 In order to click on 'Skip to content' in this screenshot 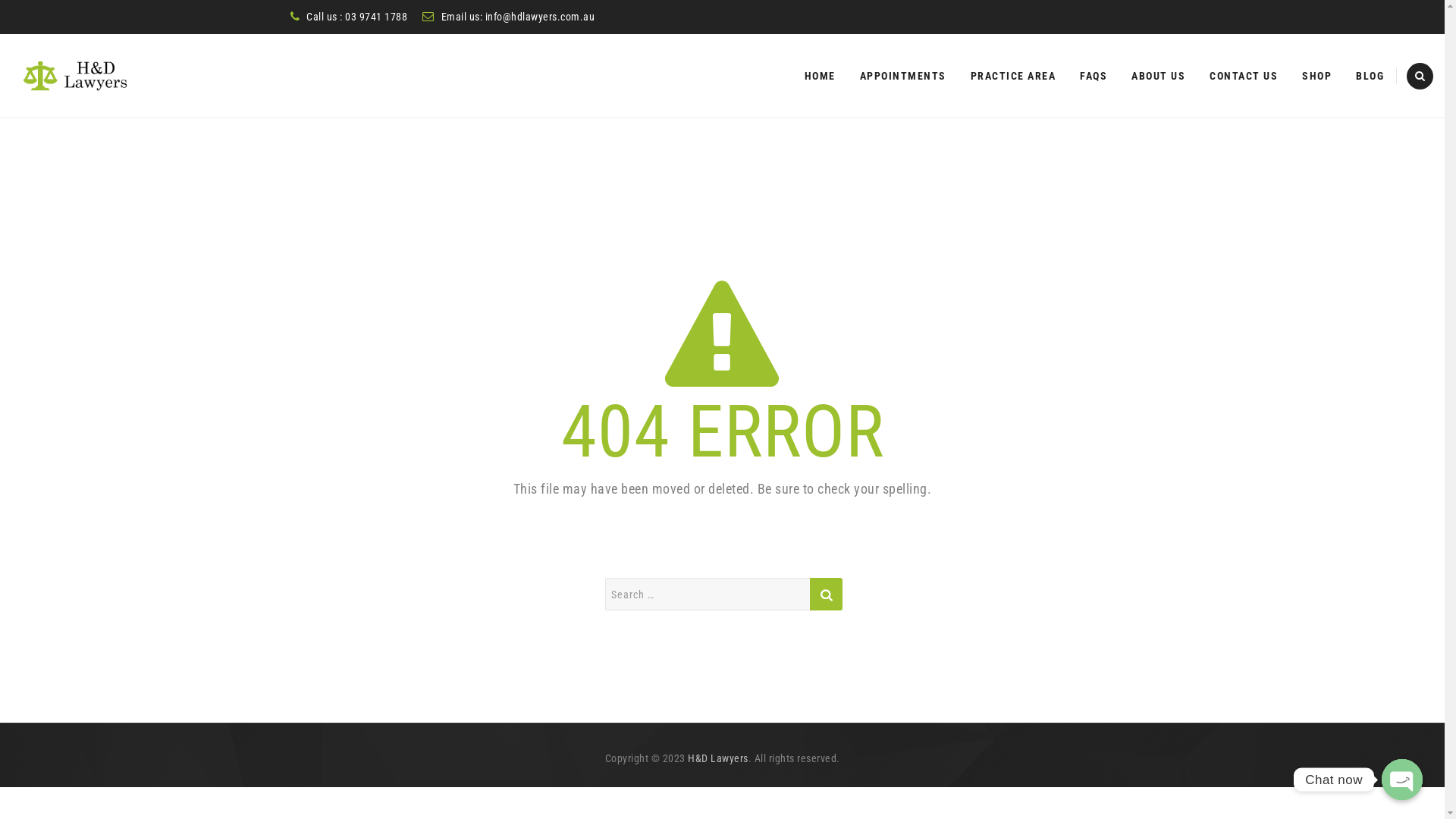, I will do `click(791, 33)`.